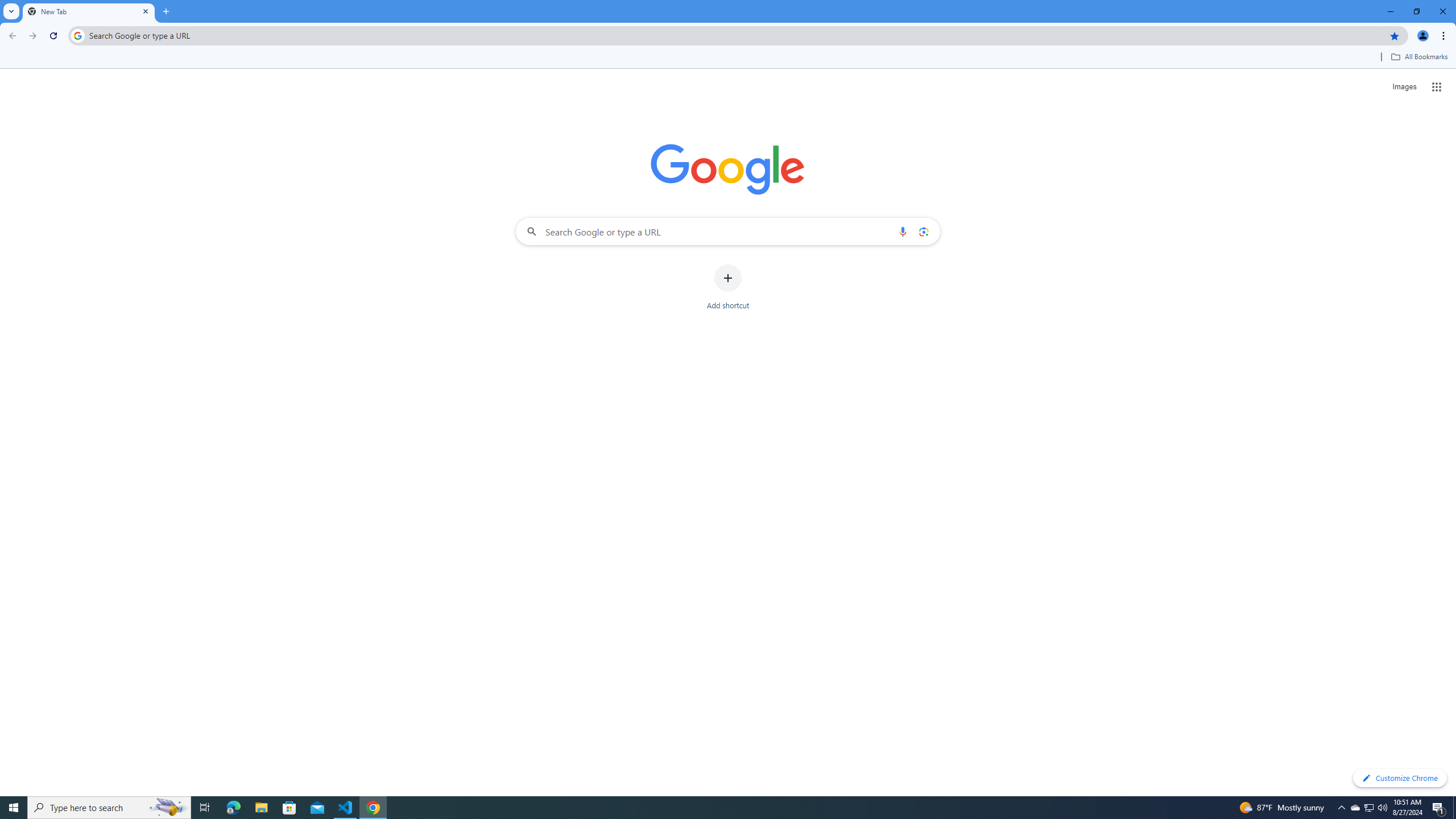 Image resolution: width=1456 pixels, height=819 pixels. I want to click on 'Search Google or type a URL', so click(728, 230).